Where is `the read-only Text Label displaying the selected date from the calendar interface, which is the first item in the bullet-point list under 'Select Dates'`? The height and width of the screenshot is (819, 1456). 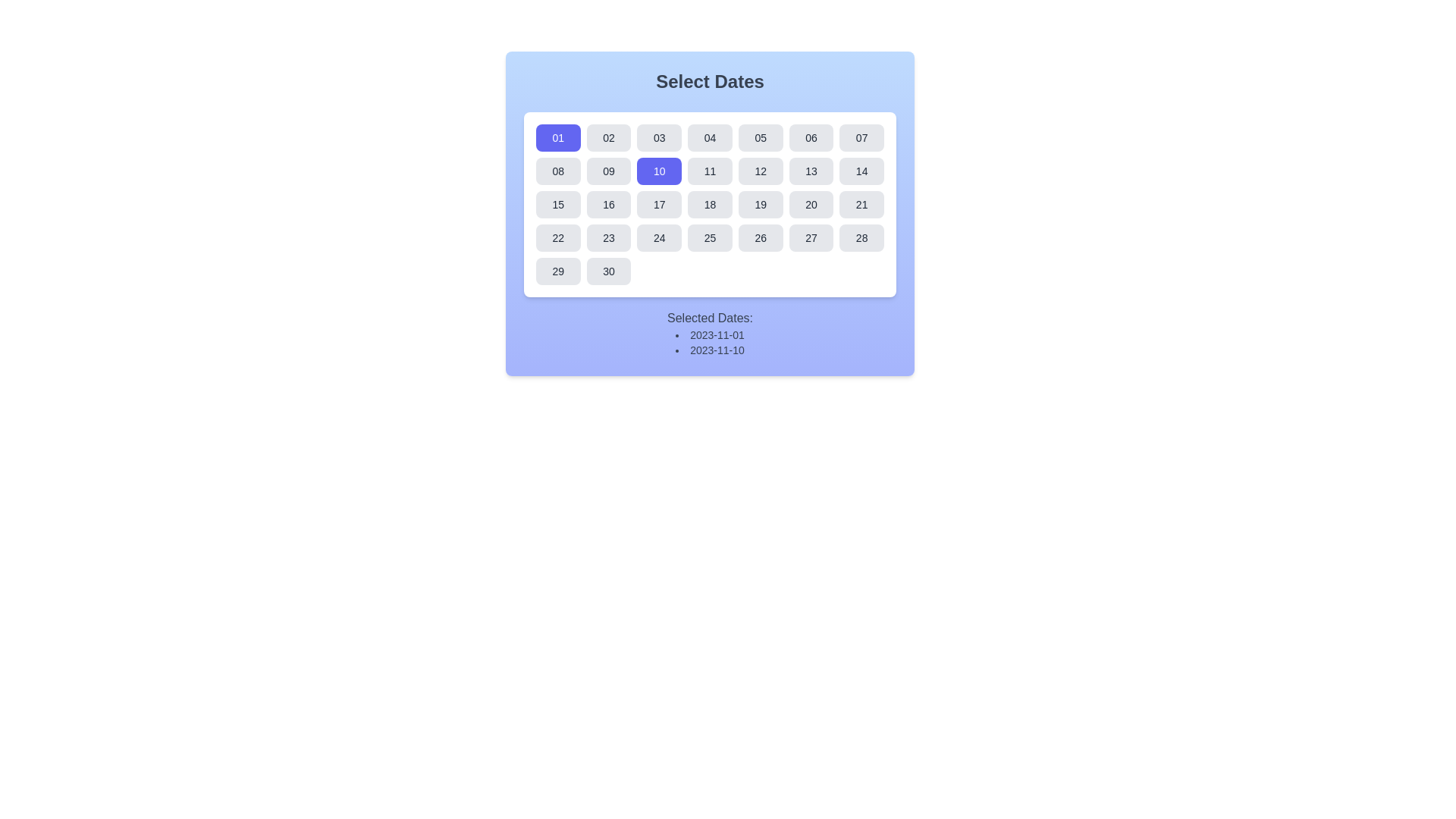 the read-only Text Label displaying the selected date from the calendar interface, which is the first item in the bullet-point list under 'Select Dates' is located at coordinates (709, 334).